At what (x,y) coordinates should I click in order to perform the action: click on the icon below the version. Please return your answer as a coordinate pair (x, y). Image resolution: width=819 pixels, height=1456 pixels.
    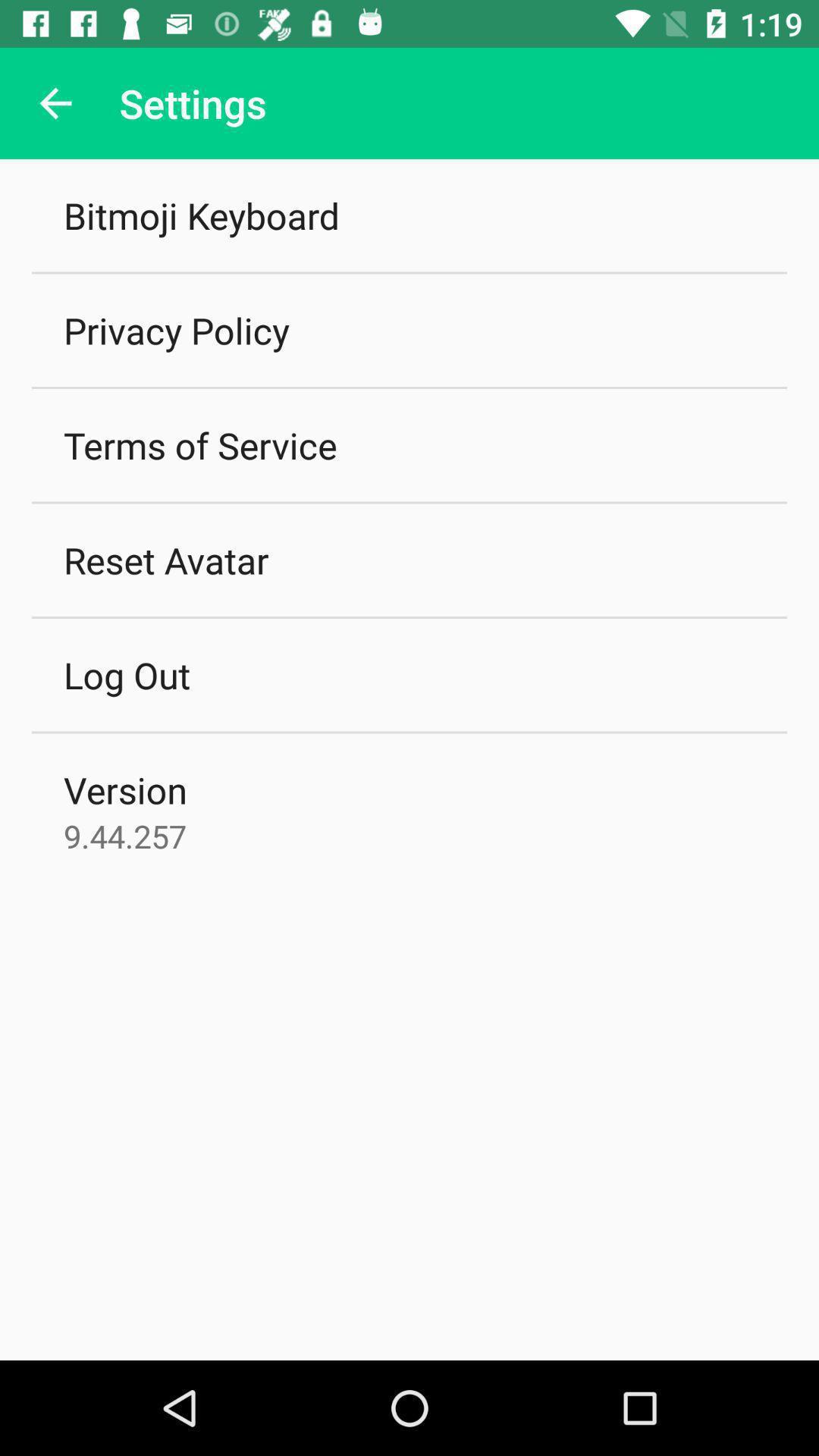
    Looking at the image, I should click on (124, 835).